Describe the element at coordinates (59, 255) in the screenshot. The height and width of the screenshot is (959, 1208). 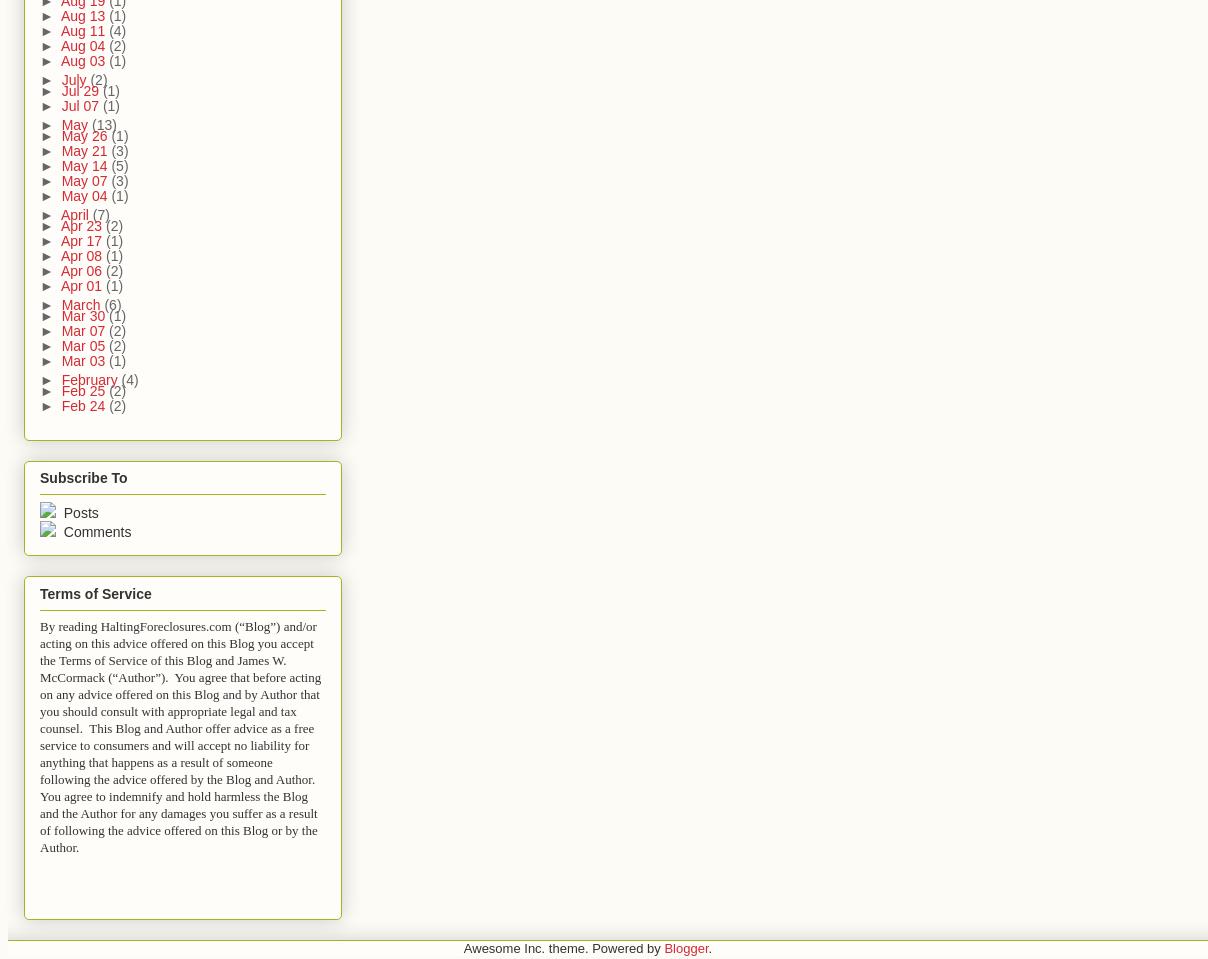
I see `'Apr 08'` at that location.